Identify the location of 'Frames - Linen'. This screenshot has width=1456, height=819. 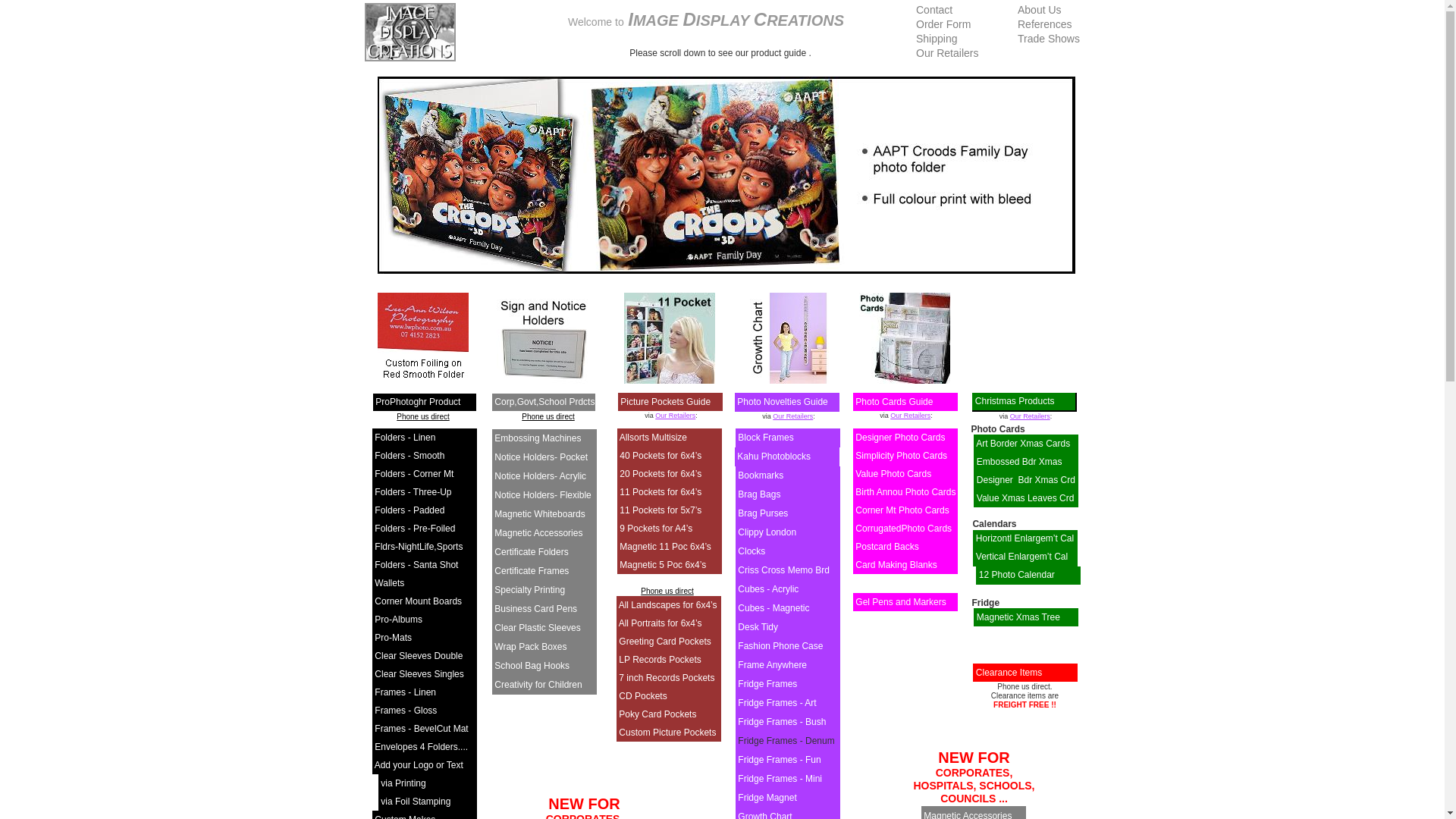
(375, 692).